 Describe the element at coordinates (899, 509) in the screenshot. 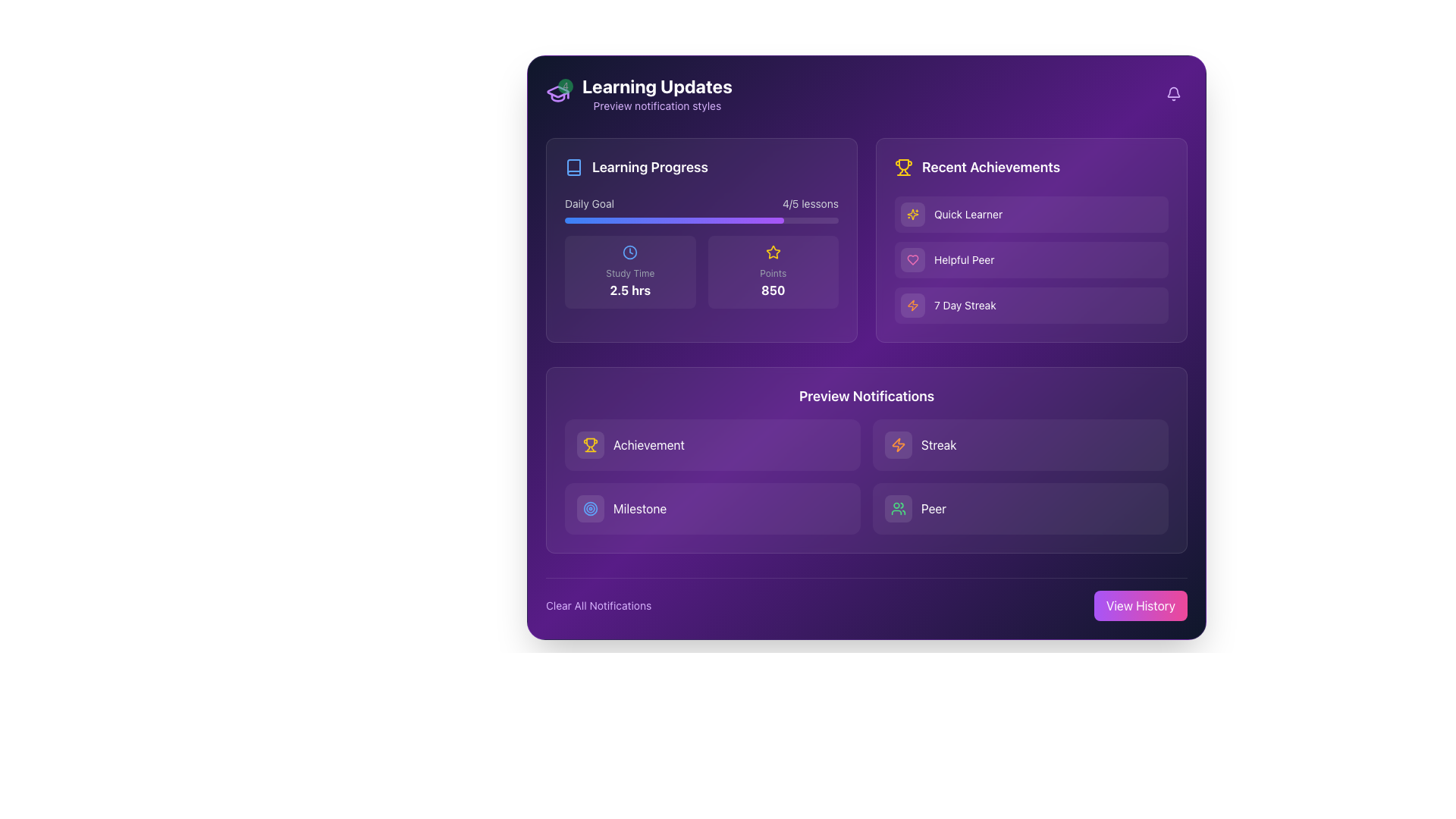

I see `the 'Peer' notification icon button located in the lower-right section of the 'Preview Notifications' component` at that location.